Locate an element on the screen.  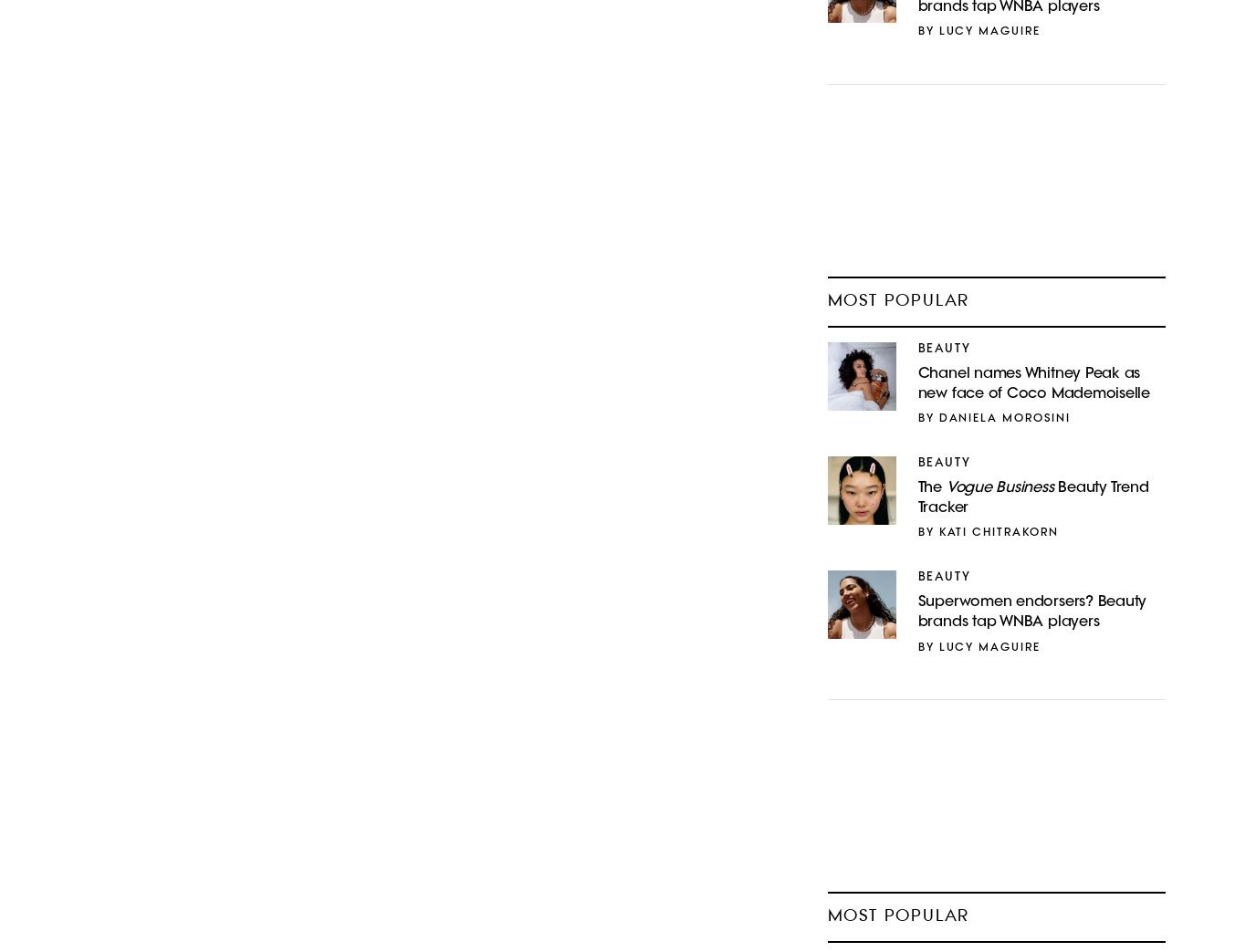
'Chanel names Whitney Peak as new face of Coco Mademoiselle' is located at coordinates (917, 383).